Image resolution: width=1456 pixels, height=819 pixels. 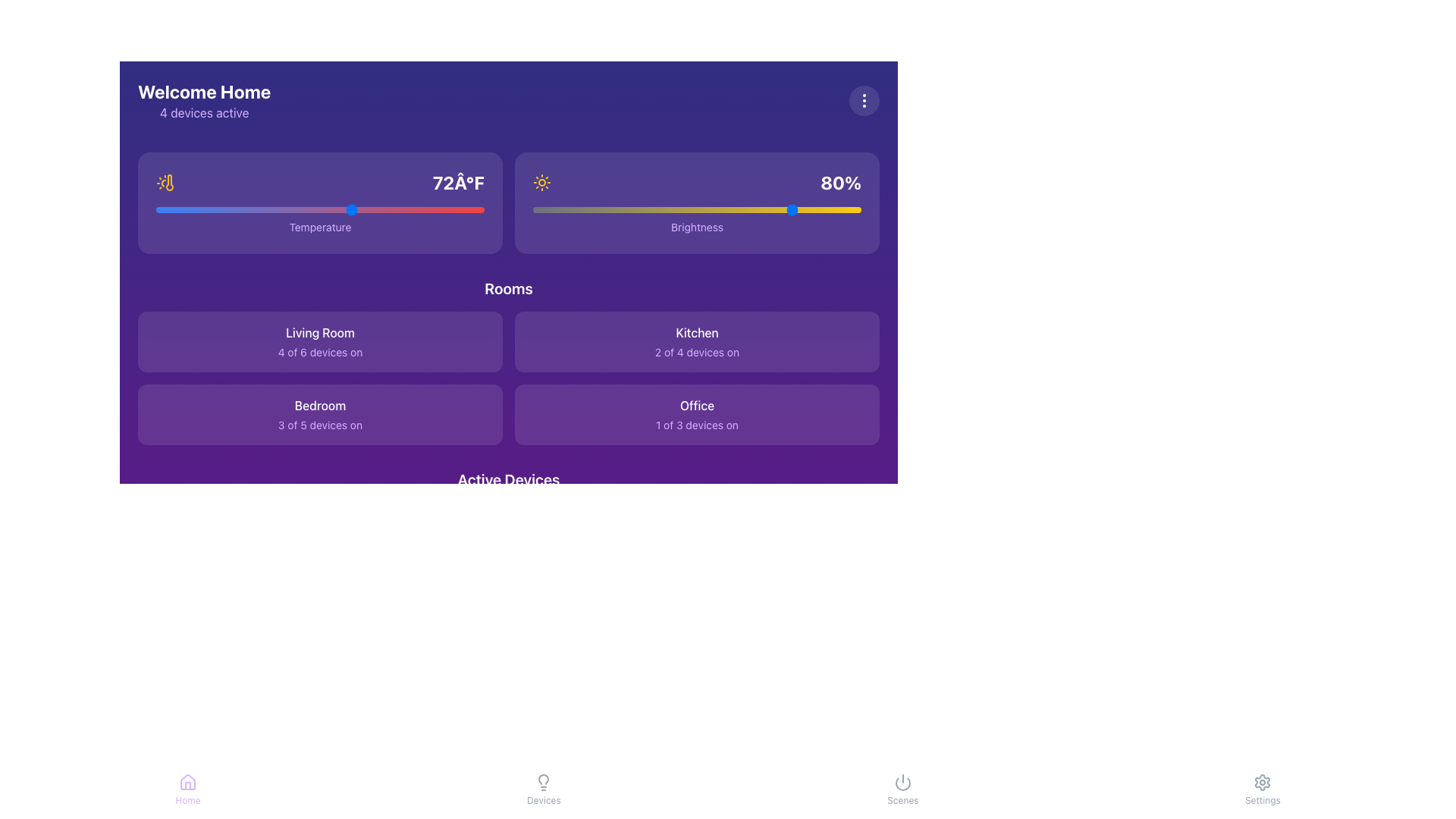 I want to click on the Informational Card titled 'Office' which displays the subtitle '1 of 3 devices on'. This card is the last in the second row of the grid layout titled 'Rooms', so click(x=696, y=415).